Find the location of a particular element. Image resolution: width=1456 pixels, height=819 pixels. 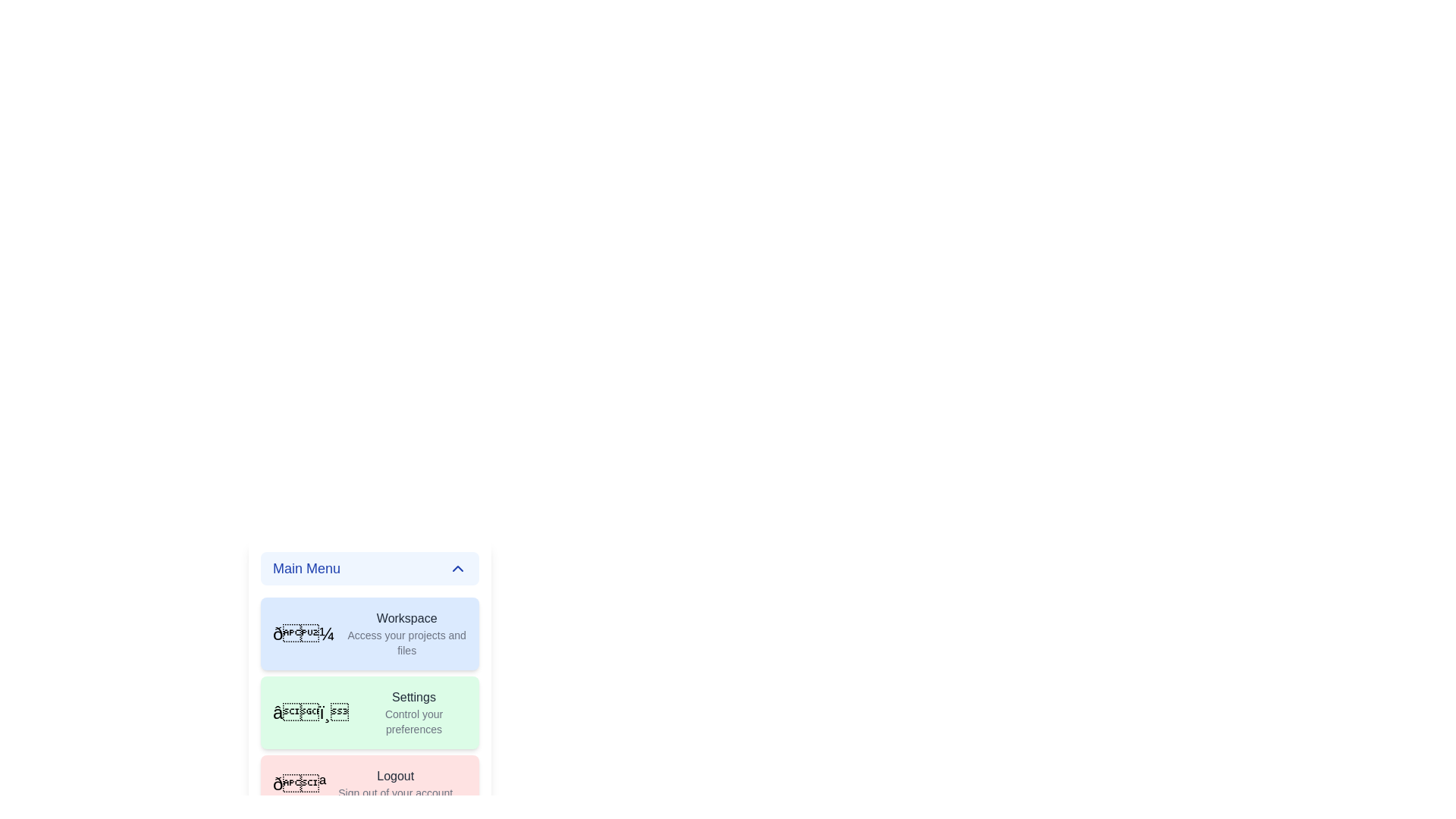

the settings menu option, which is the second item in a vertical list with a light green background, positioned between 'Workspace' and 'Logout' is located at coordinates (414, 713).